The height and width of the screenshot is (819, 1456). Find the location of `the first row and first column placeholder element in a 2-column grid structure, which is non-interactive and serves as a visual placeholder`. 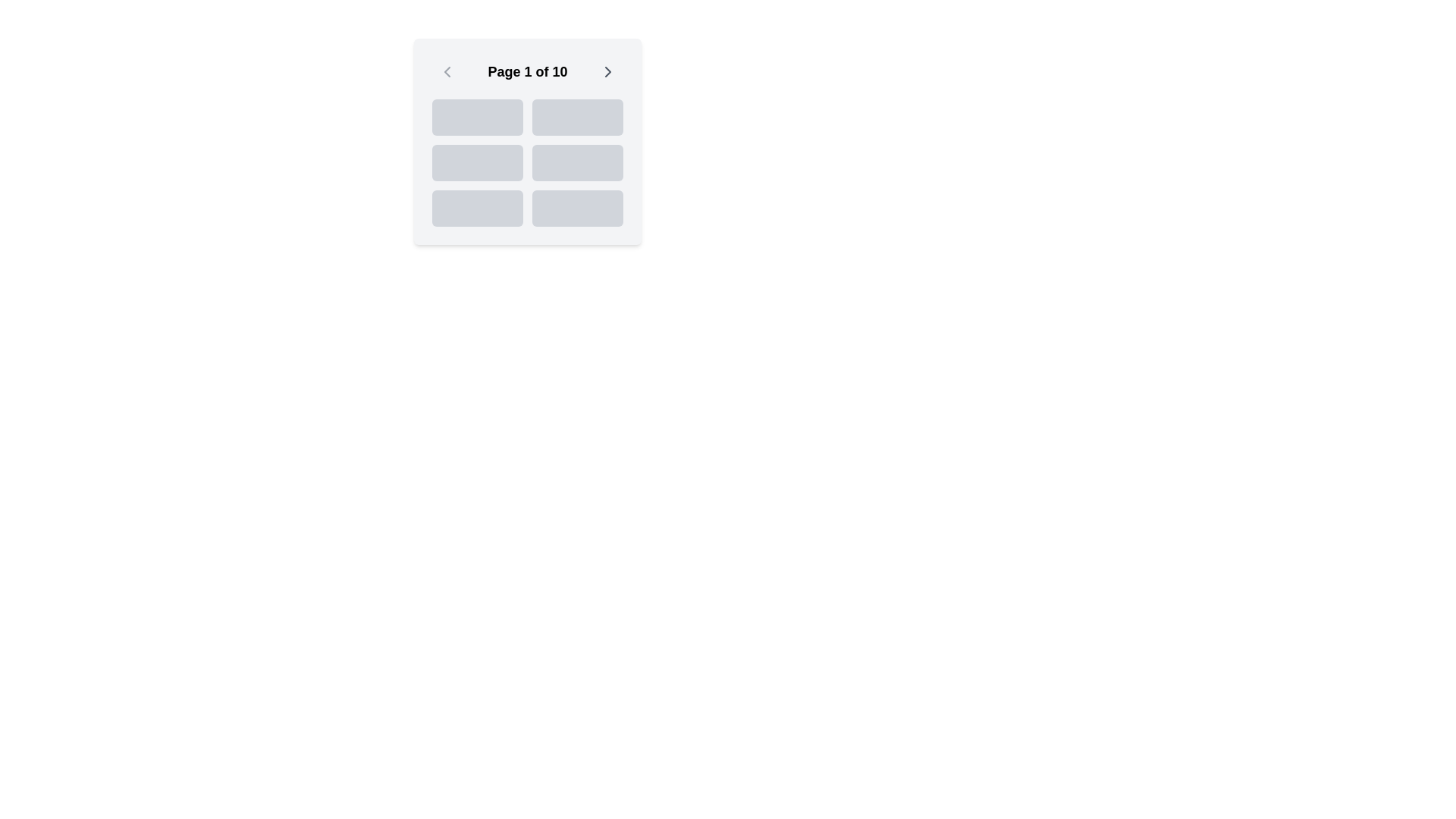

the first row and first column placeholder element in a 2-column grid structure, which is non-interactive and serves as a visual placeholder is located at coordinates (476, 116).